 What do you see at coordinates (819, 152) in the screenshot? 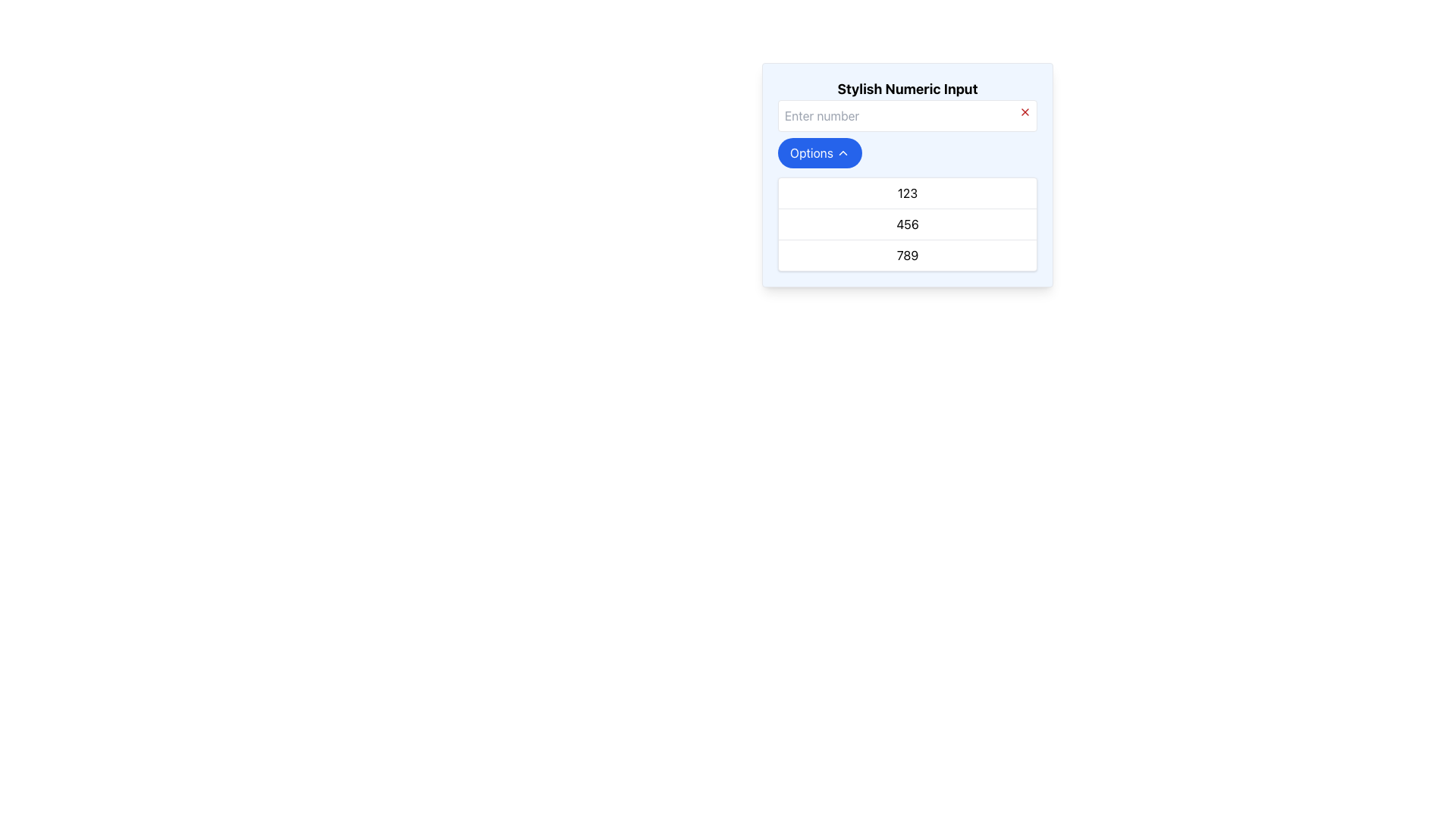
I see `the 'Options' button located below the text input field and above the numeric options list` at bounding box center [819, 152].